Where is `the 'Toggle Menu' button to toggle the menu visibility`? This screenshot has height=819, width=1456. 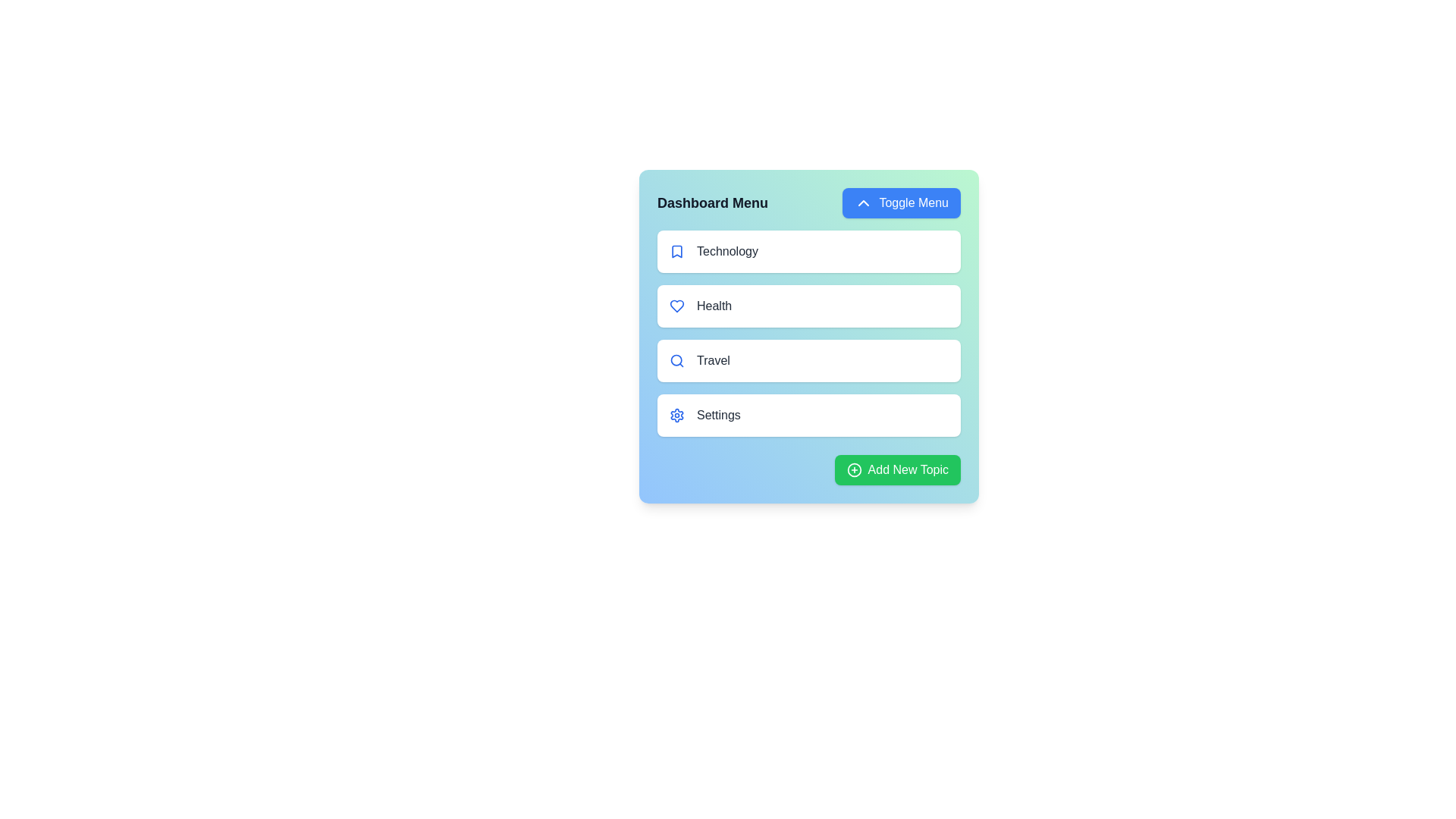
the 'Toggle Menu' button to toggle the menu visibility is located at coordinates (902, 202).